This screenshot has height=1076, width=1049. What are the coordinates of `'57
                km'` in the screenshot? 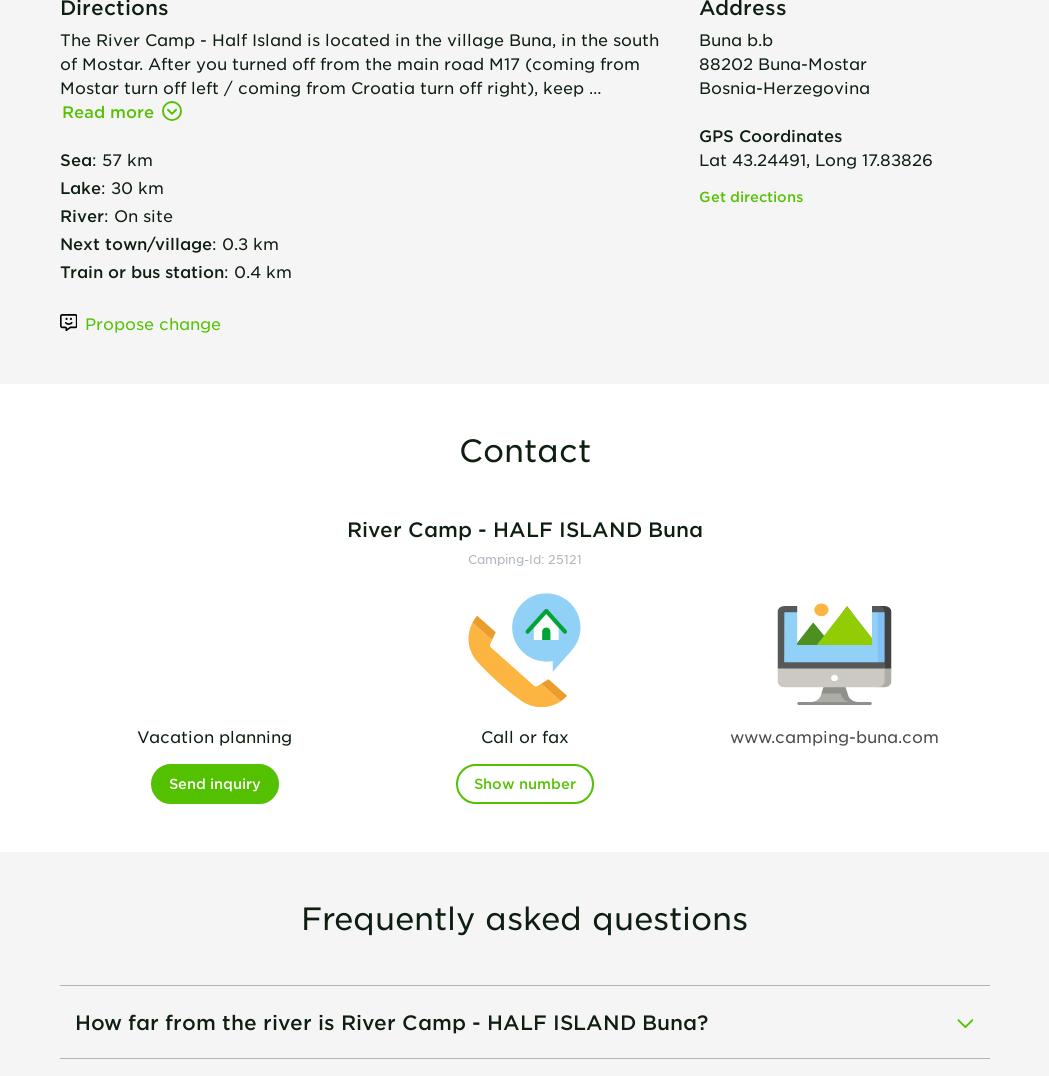 It's located at (100, 157).